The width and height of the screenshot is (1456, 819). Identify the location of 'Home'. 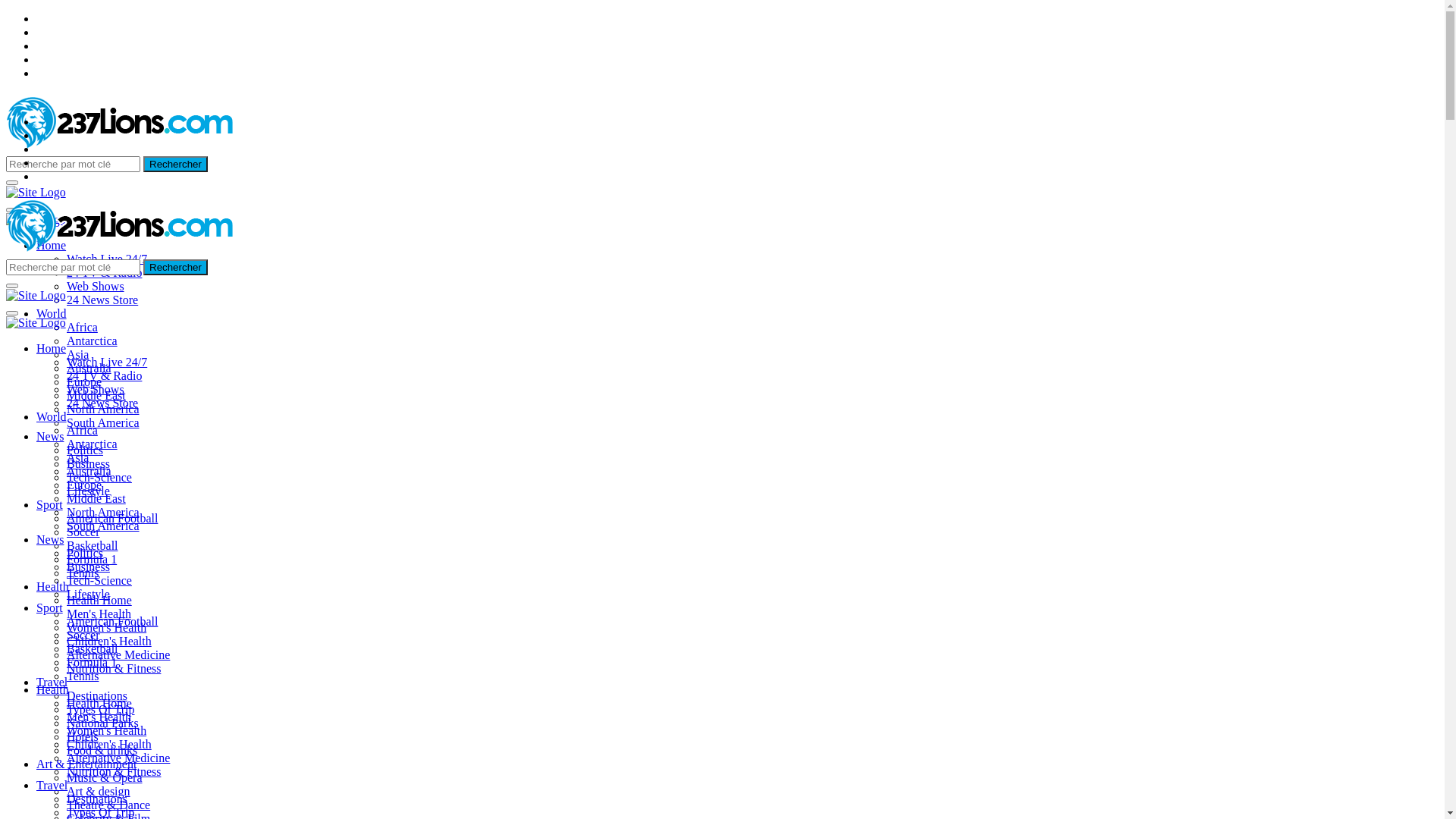
(36, 348).